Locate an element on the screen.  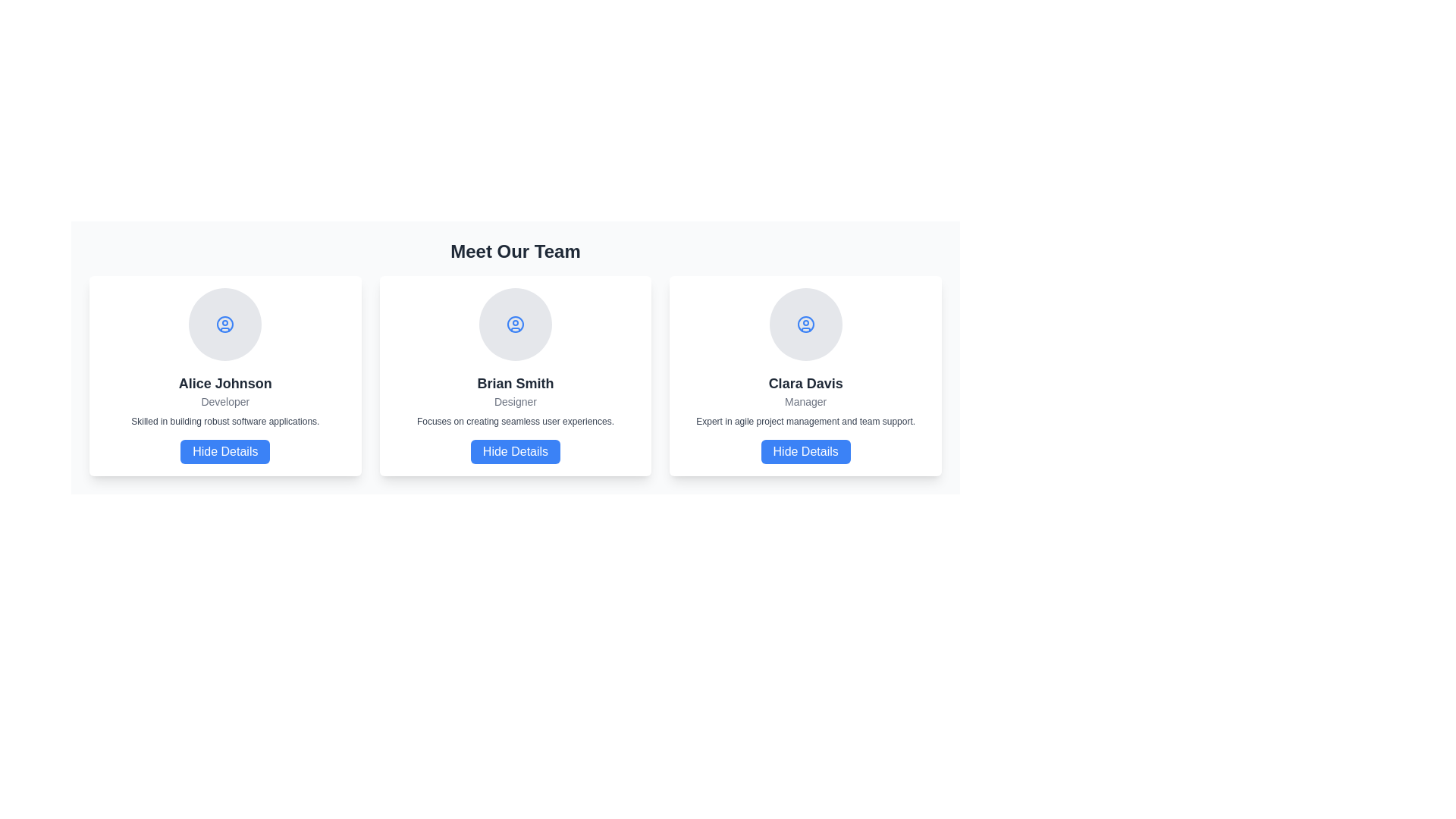
the graphical icon representing Alice Johnson's profile avatar, which is centrally positioned in the circular placeholder above her name is located at coordinates (224, 324).